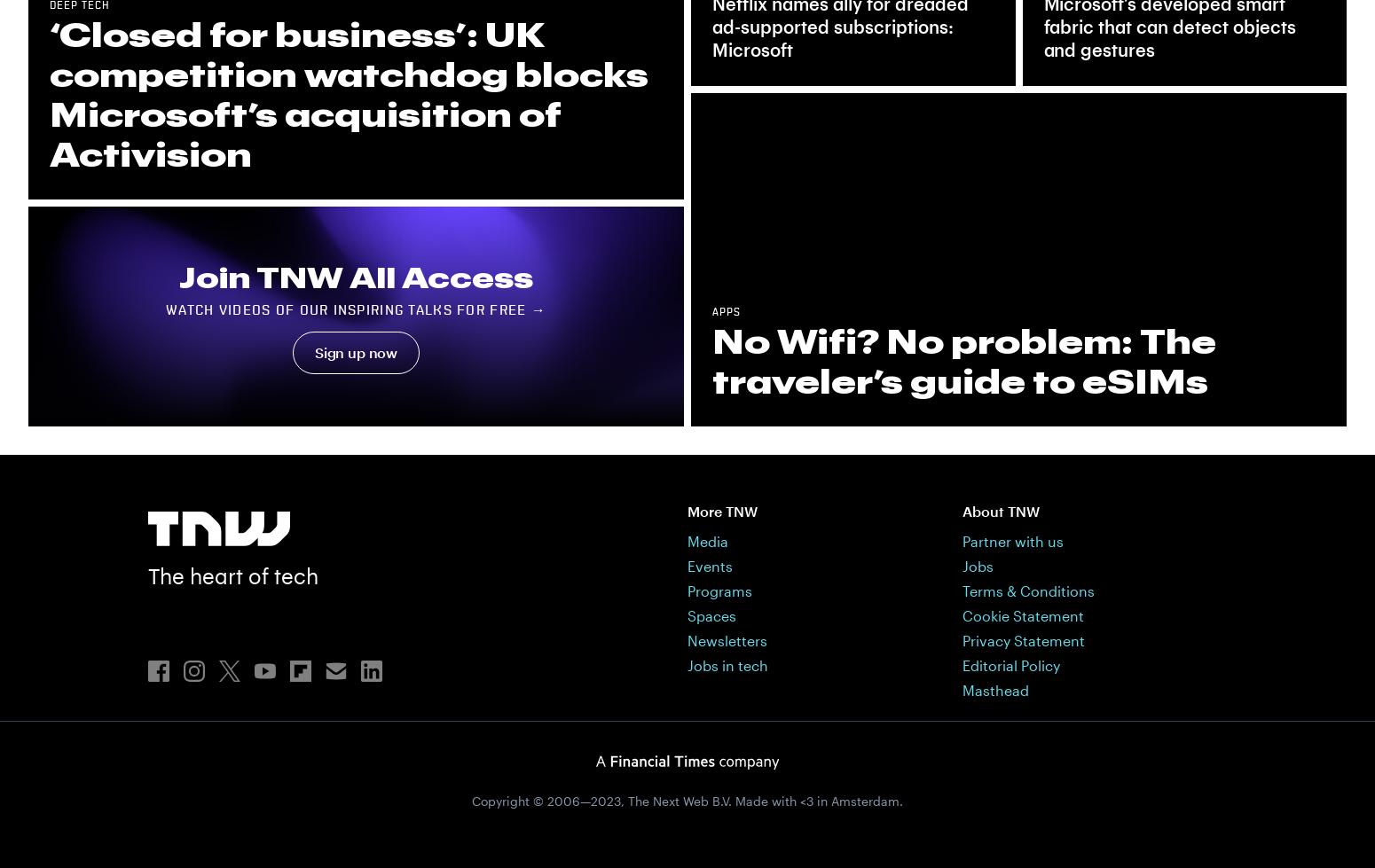  I want to click on '‘Closed for business’: UK competition watchdog blocks Microsoft’s acquisition of Activision', so click(349, 94).